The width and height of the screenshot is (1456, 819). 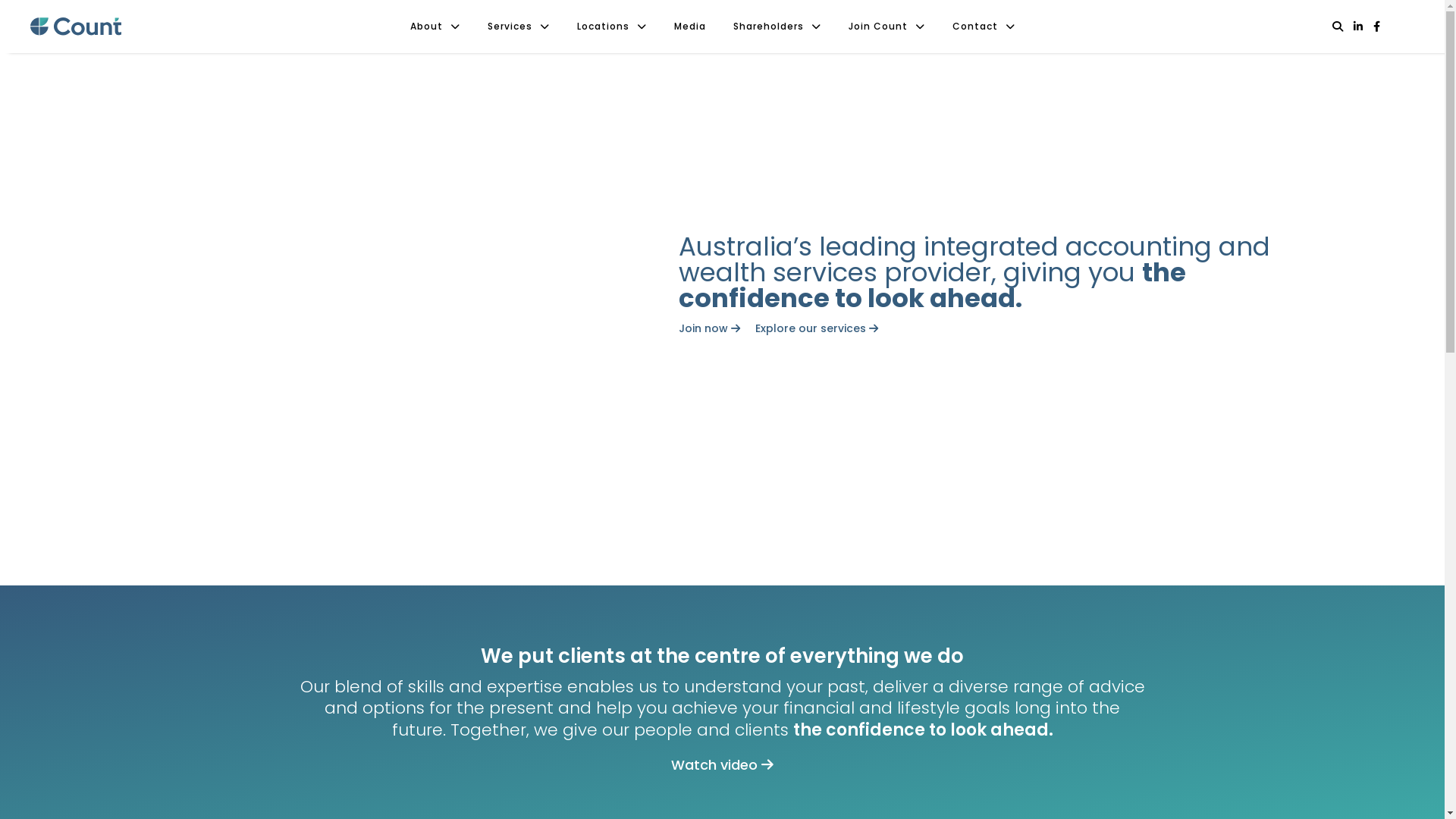 What do you see at coordinates (519, 26) in the screenshot?
I see `'Services'` at bounding box center [519, 26].